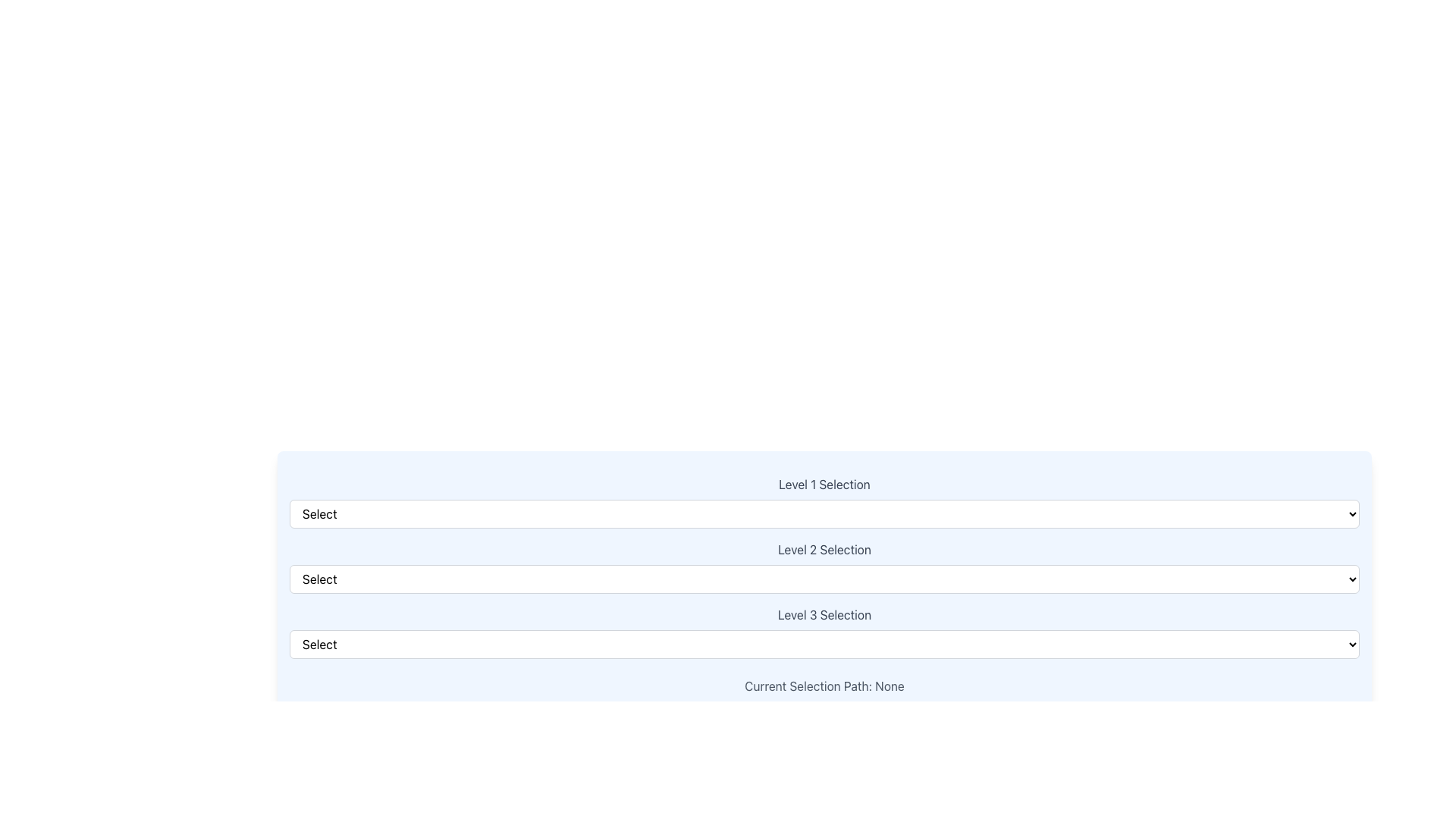  What do you see at coordinates (824, 567) in the screenshot?
I see `the dropdown menu for selecting 'Level 2', which is located between 'Level 1 Selection' and 'Level 3 Selection'` at bounding box center [824, 567].